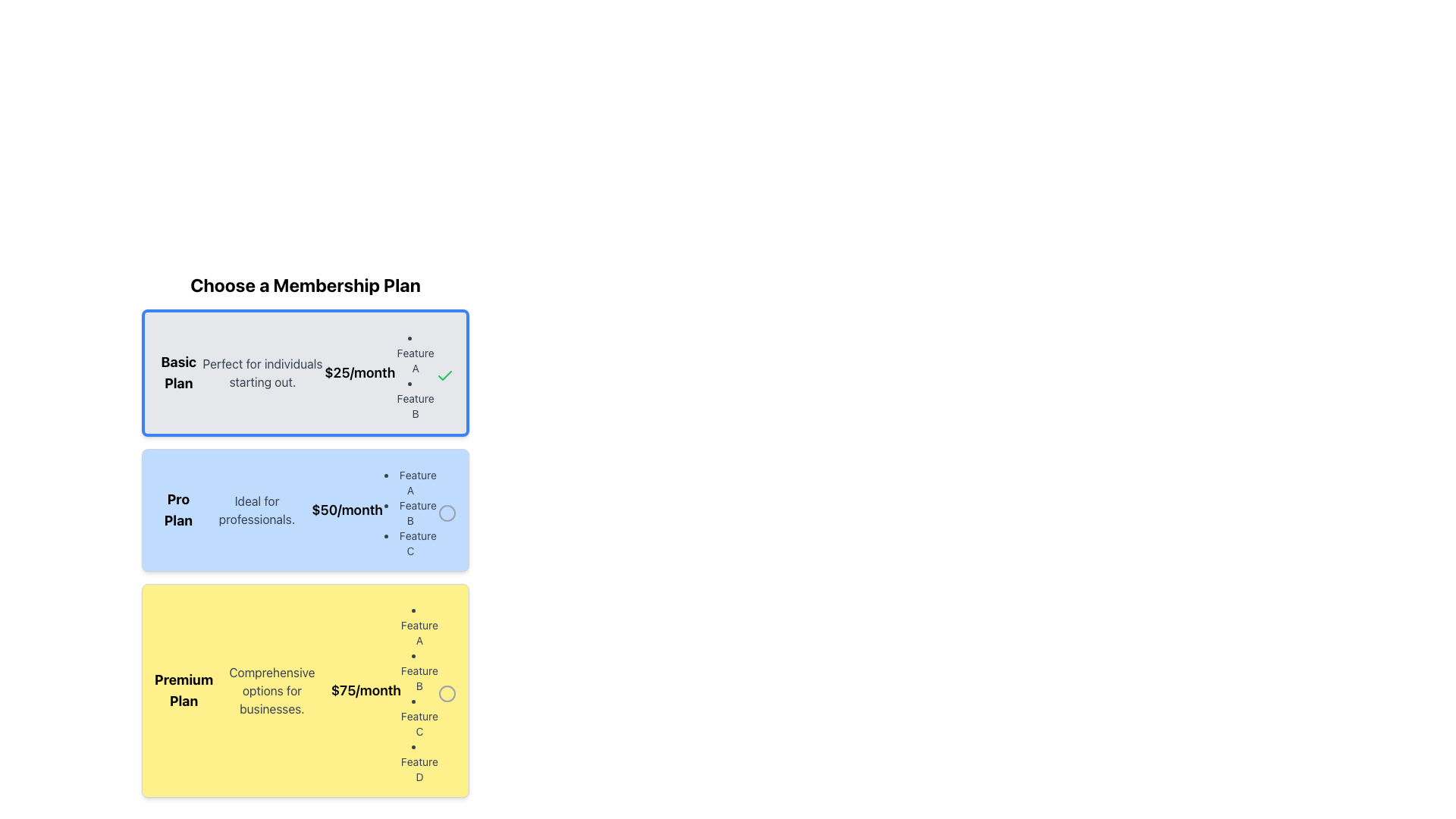  I want to click on the bulleted list containing 'Feature A', 'Feature B', 'Feature C', and 'Feature D' on the yellow background within the 'Premium Plan' card, so click(419, 690).